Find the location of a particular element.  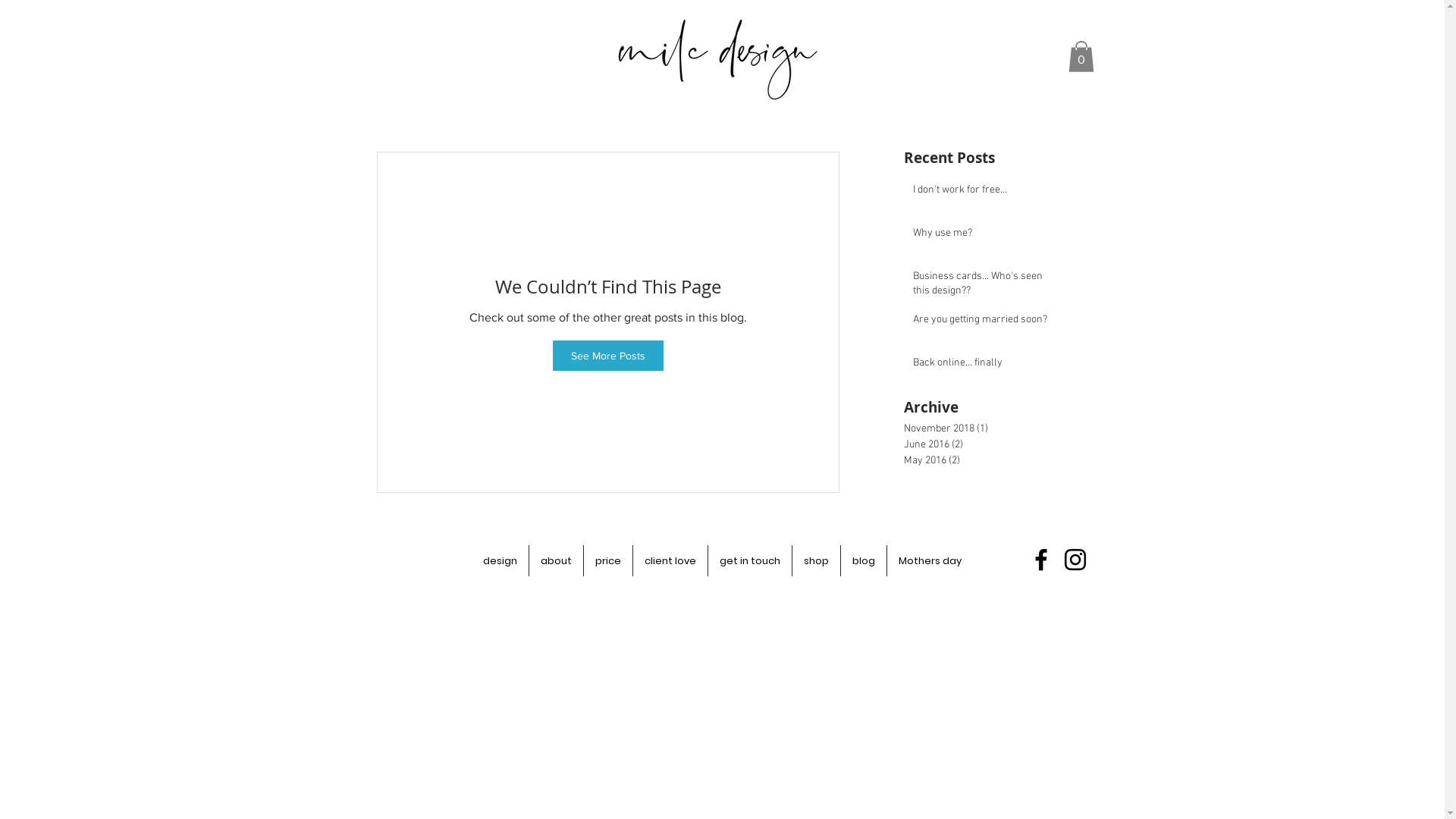

'get in touch' is located at coordinates (708, 560).